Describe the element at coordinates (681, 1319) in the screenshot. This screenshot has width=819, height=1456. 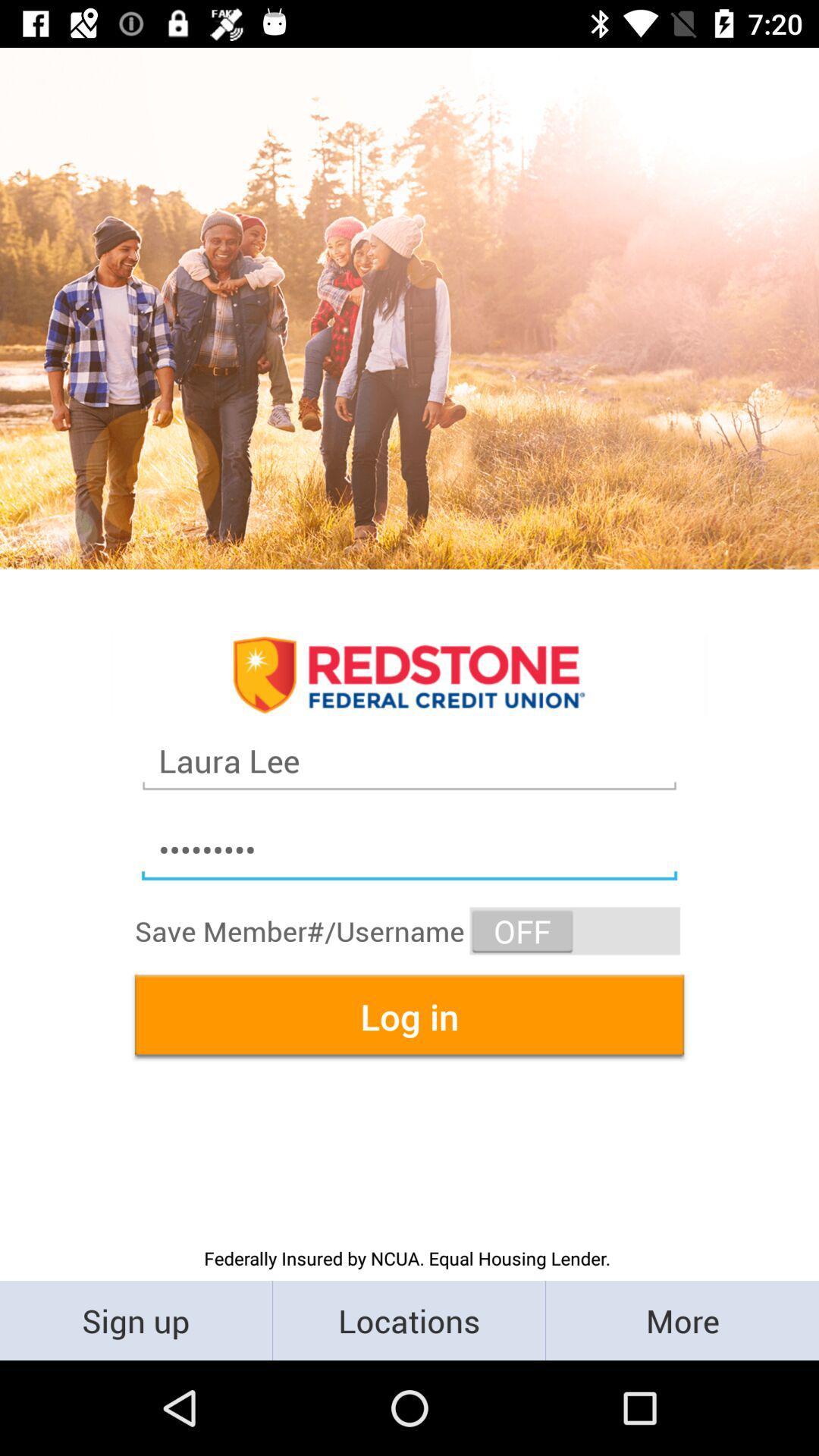
I see `the more at the bottom right corner` at that location.